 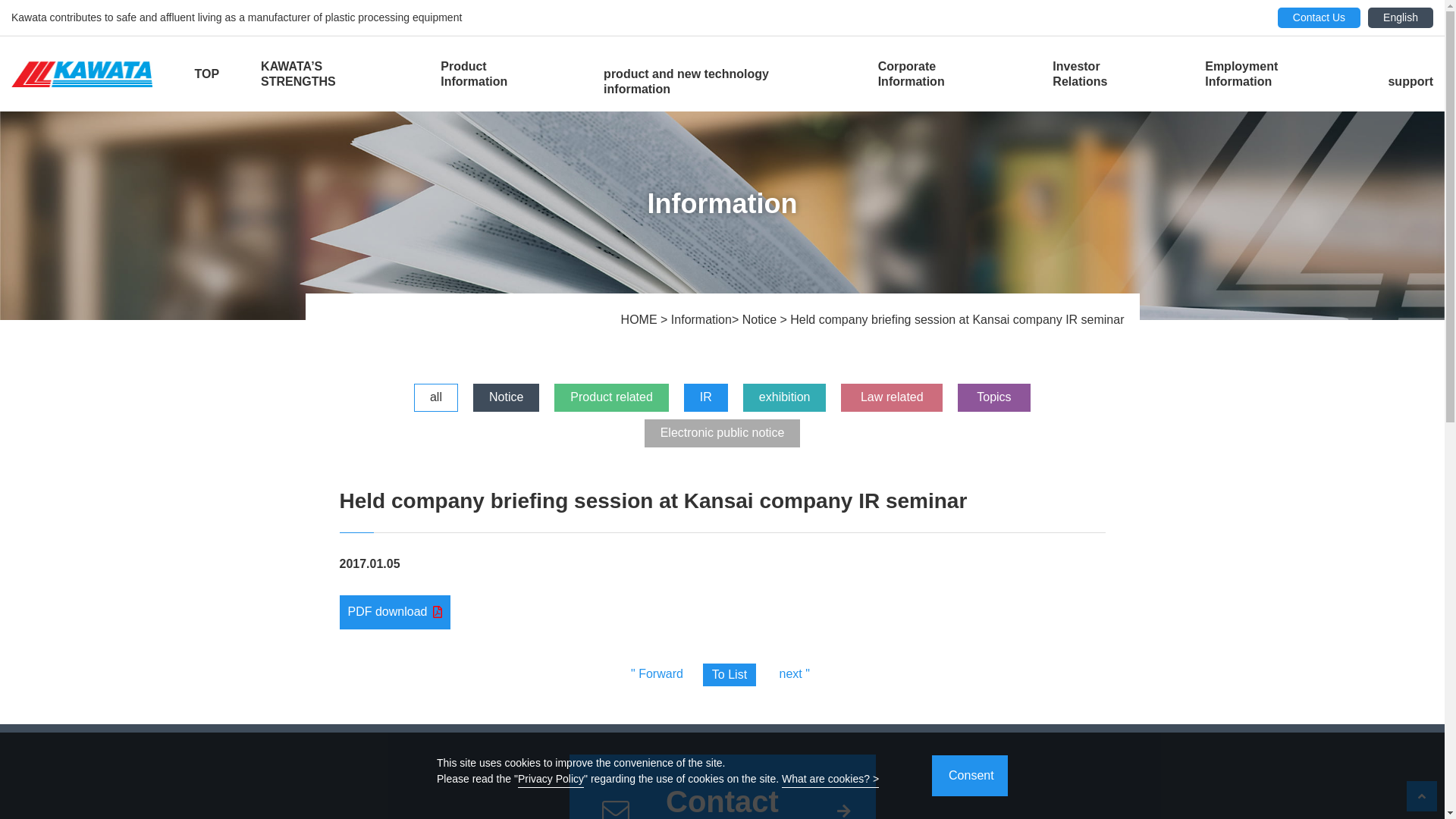 I want to click on 'Contact Us', so click(x=1318, y=17).